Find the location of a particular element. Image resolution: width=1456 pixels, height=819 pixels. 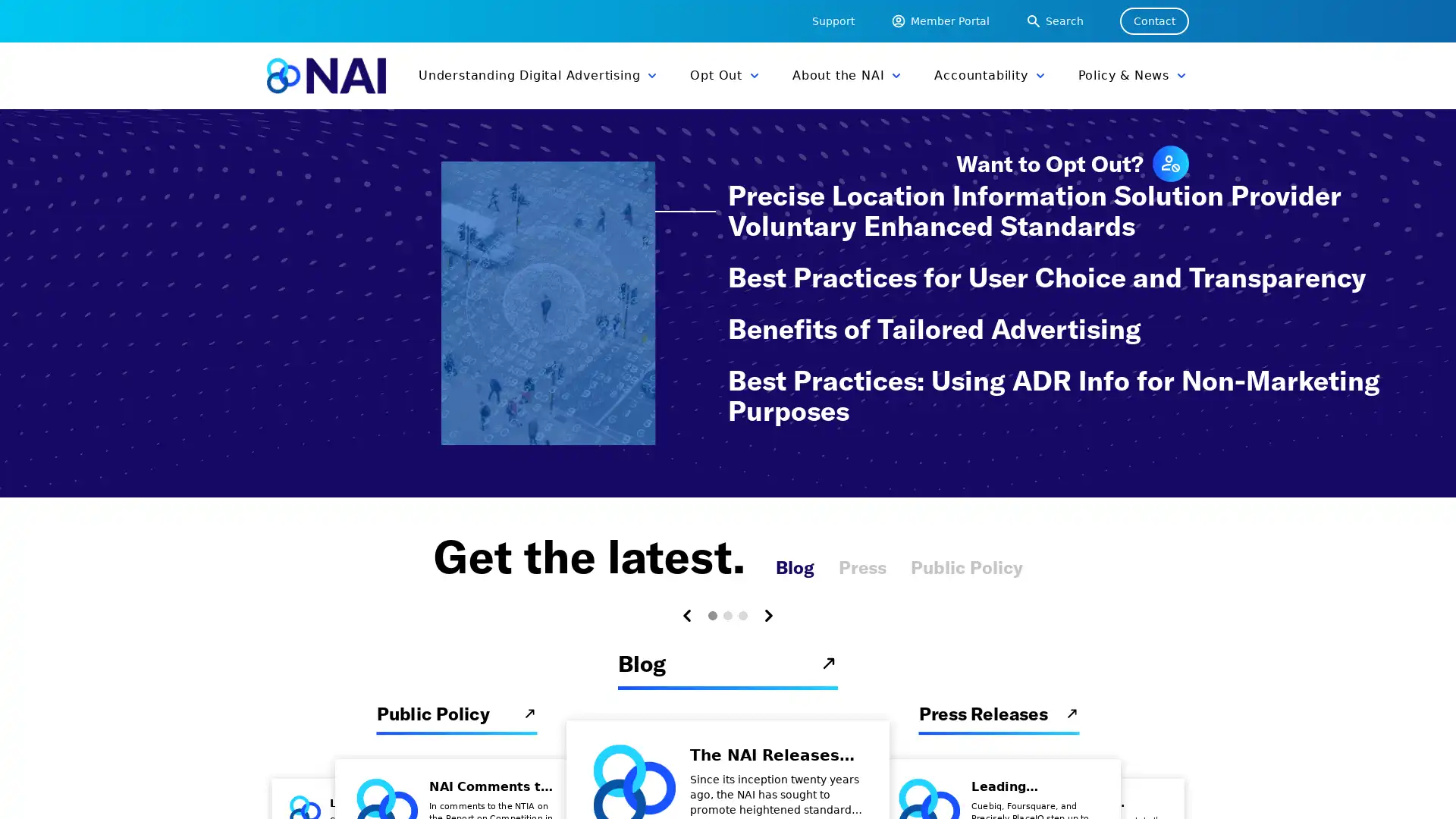

Carousel Page 3 is located at coordinates (742, 616).